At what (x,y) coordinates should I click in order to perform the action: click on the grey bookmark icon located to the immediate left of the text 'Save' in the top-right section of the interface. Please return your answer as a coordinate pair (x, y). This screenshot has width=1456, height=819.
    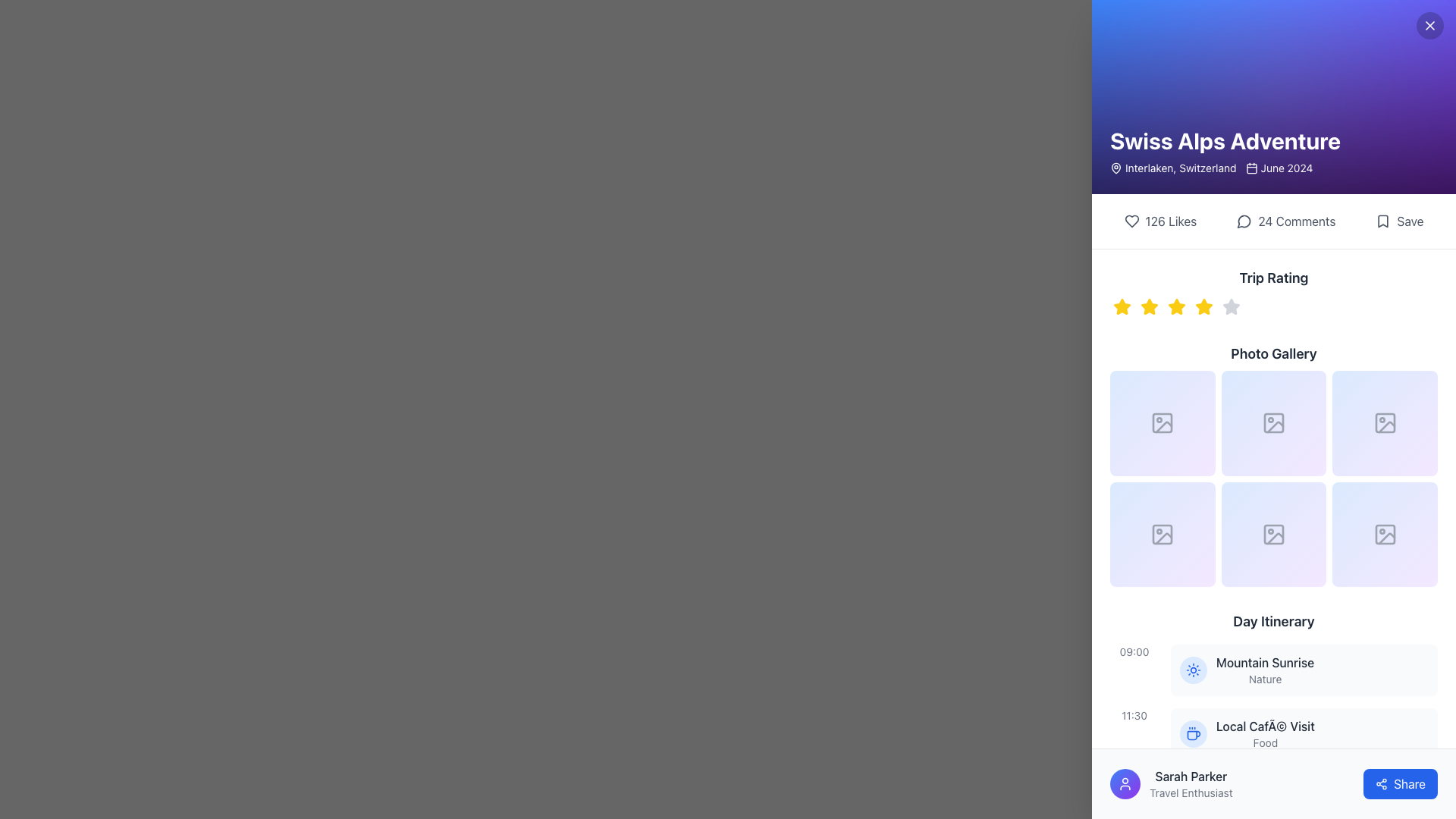
    Looking at the image, I should click on (1383, 221).